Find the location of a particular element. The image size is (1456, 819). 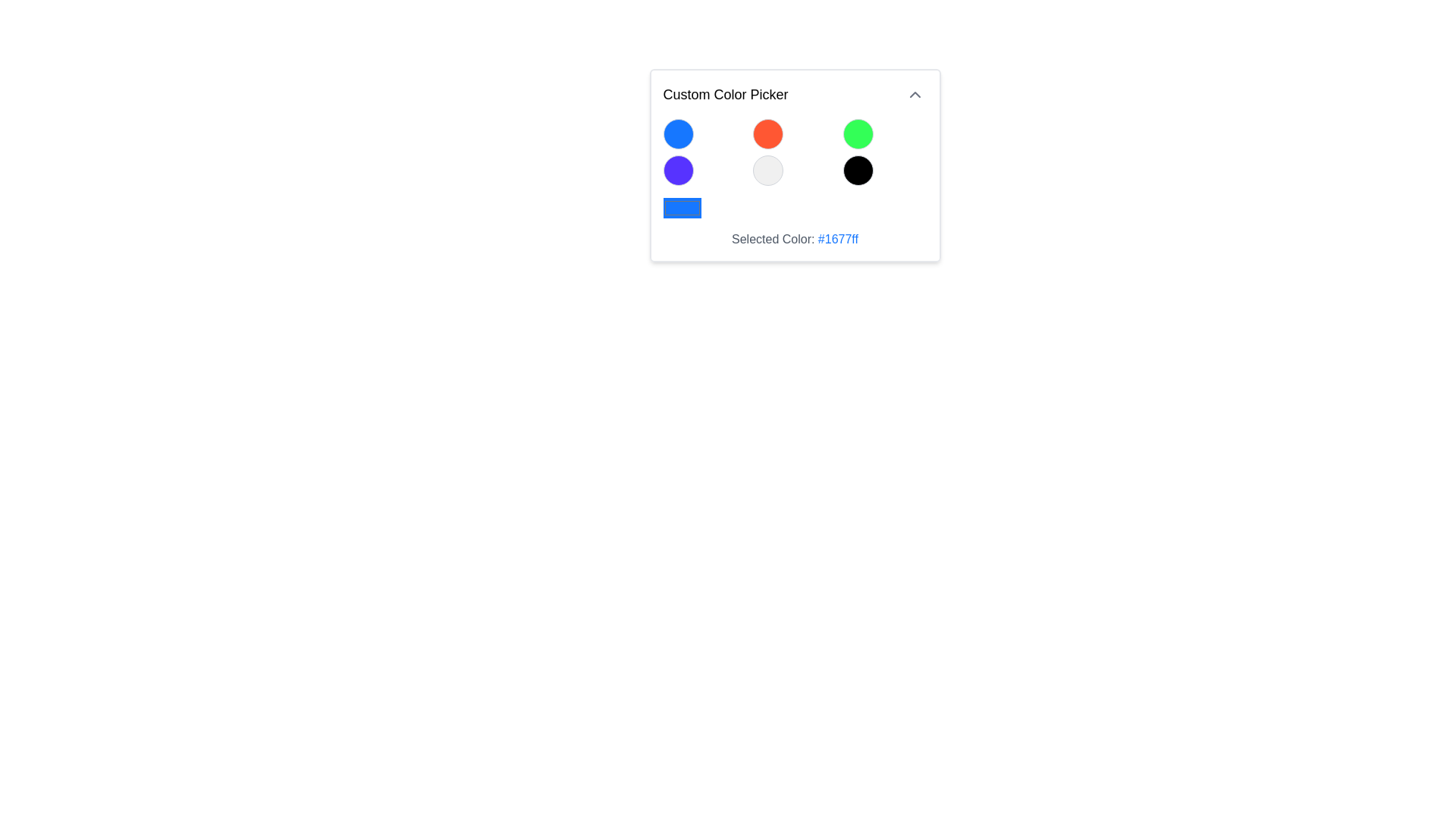

the circular button with a purple background located in the second row, first column of the grid layout in the color picker interface is located at coordinates (677, 170).